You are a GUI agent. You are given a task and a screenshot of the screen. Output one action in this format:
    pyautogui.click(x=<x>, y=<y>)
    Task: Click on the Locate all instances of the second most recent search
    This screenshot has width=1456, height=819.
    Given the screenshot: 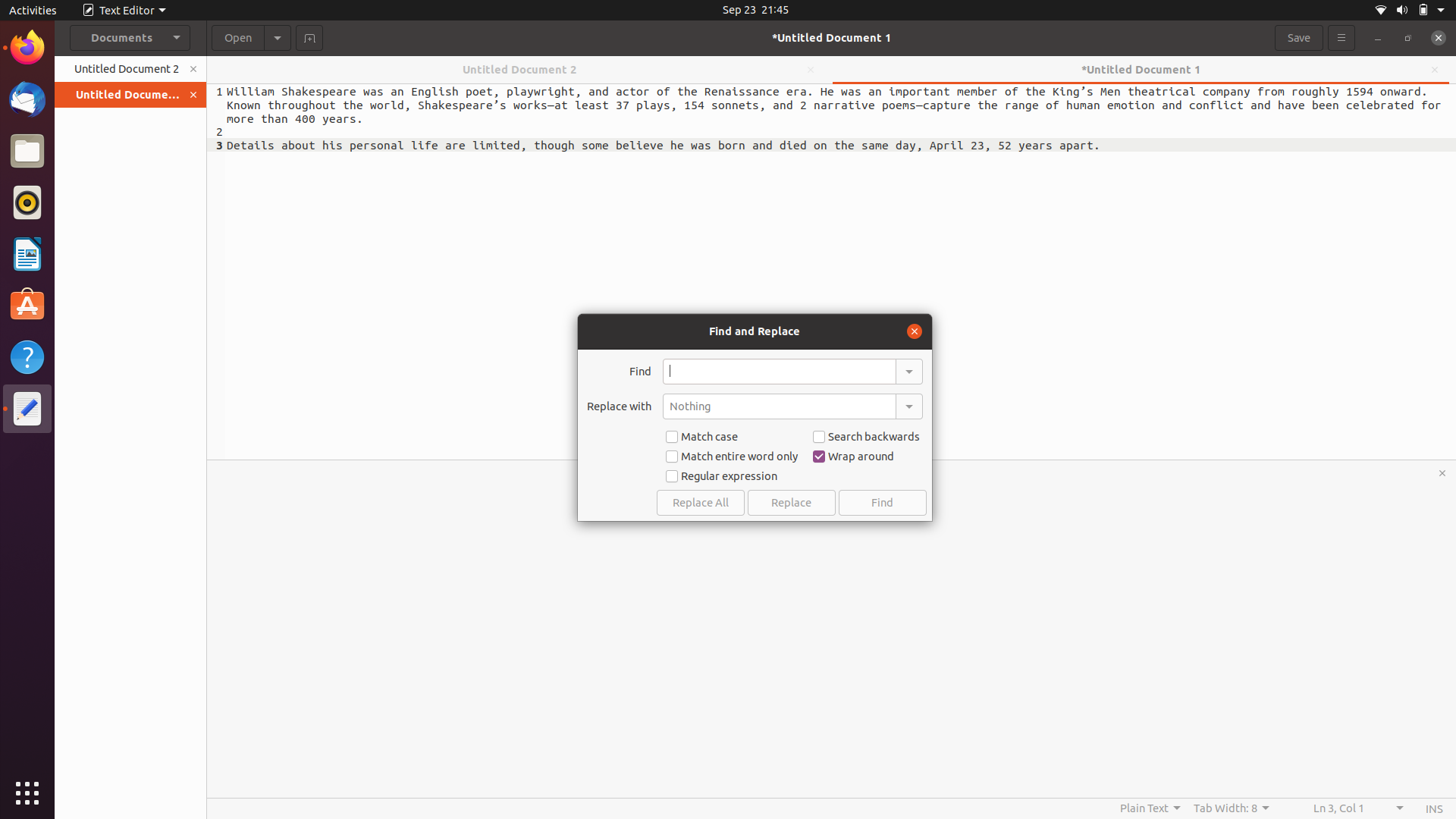 What is the action you would take?
    pyautogui.click(x=908, y=370)
    